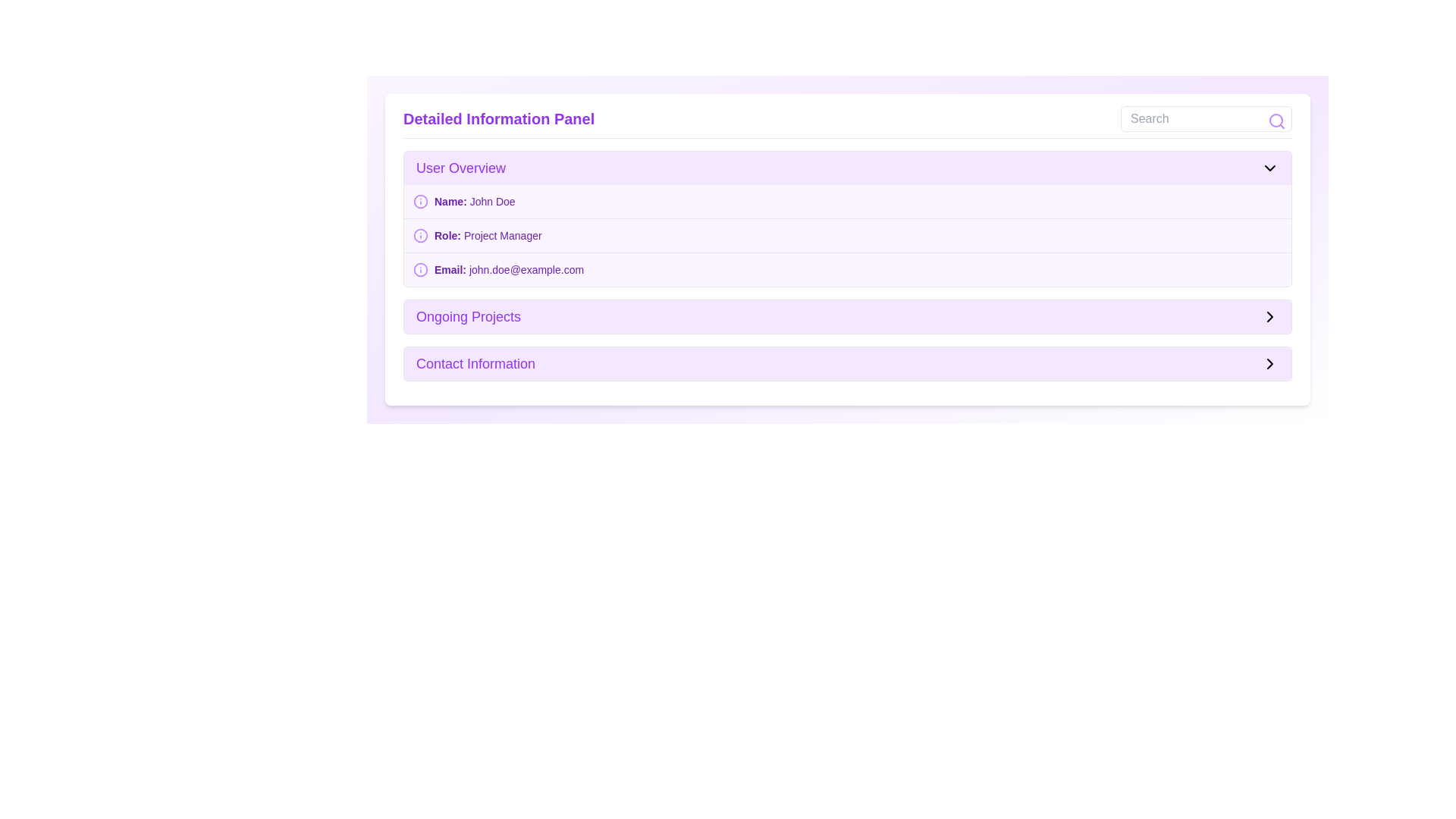 This screenshot has height=819, width=1456. Describe the element at coordinates (421, 268) in the screenshot. I see `the circular SVG graphic icon that signifies the email information row in the 'User Overview' section, located to the left of the email address text` at that location.